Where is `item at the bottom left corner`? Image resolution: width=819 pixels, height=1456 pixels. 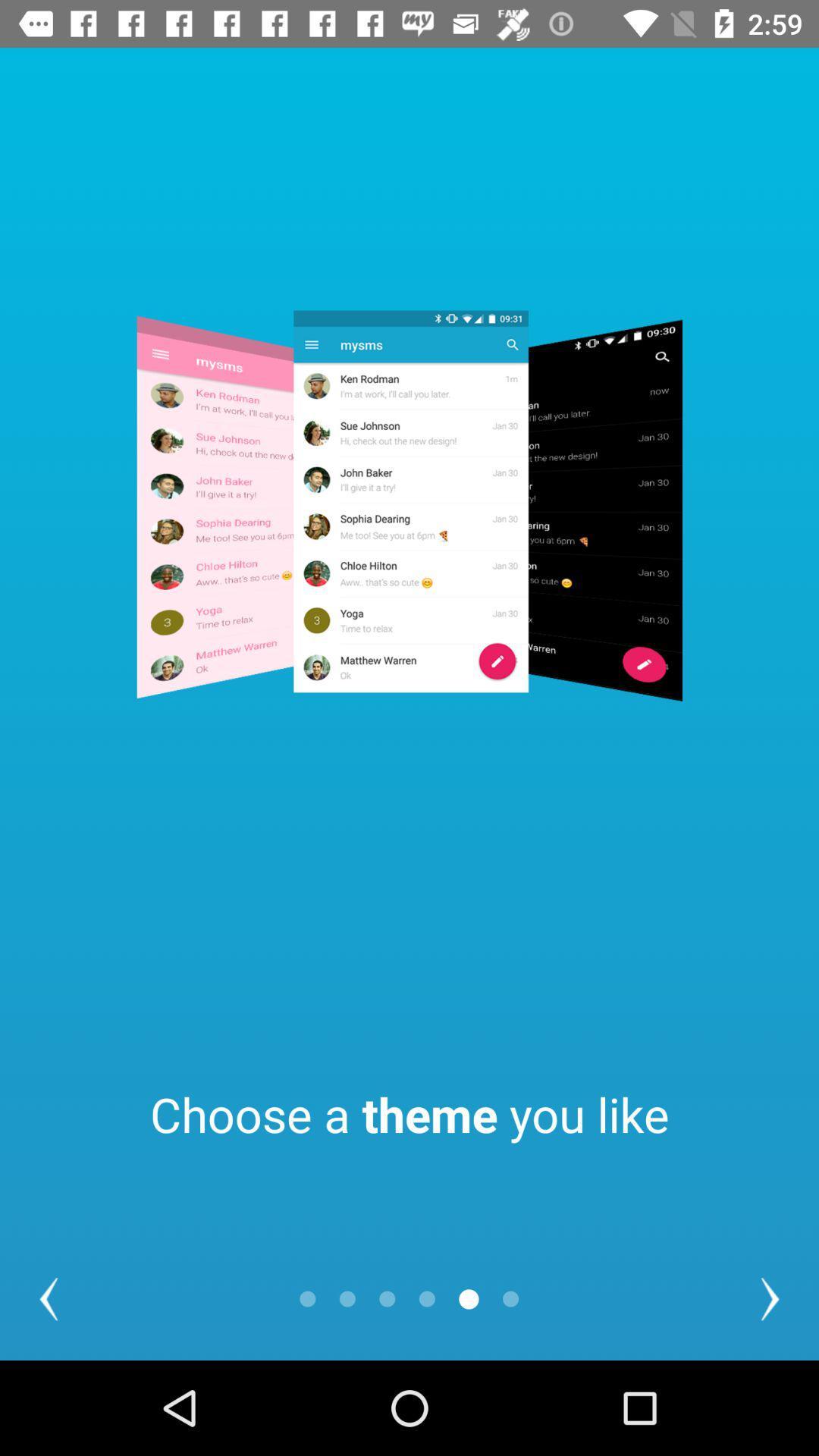
item at the bottom left corner is located at coordinates (48, 1298).